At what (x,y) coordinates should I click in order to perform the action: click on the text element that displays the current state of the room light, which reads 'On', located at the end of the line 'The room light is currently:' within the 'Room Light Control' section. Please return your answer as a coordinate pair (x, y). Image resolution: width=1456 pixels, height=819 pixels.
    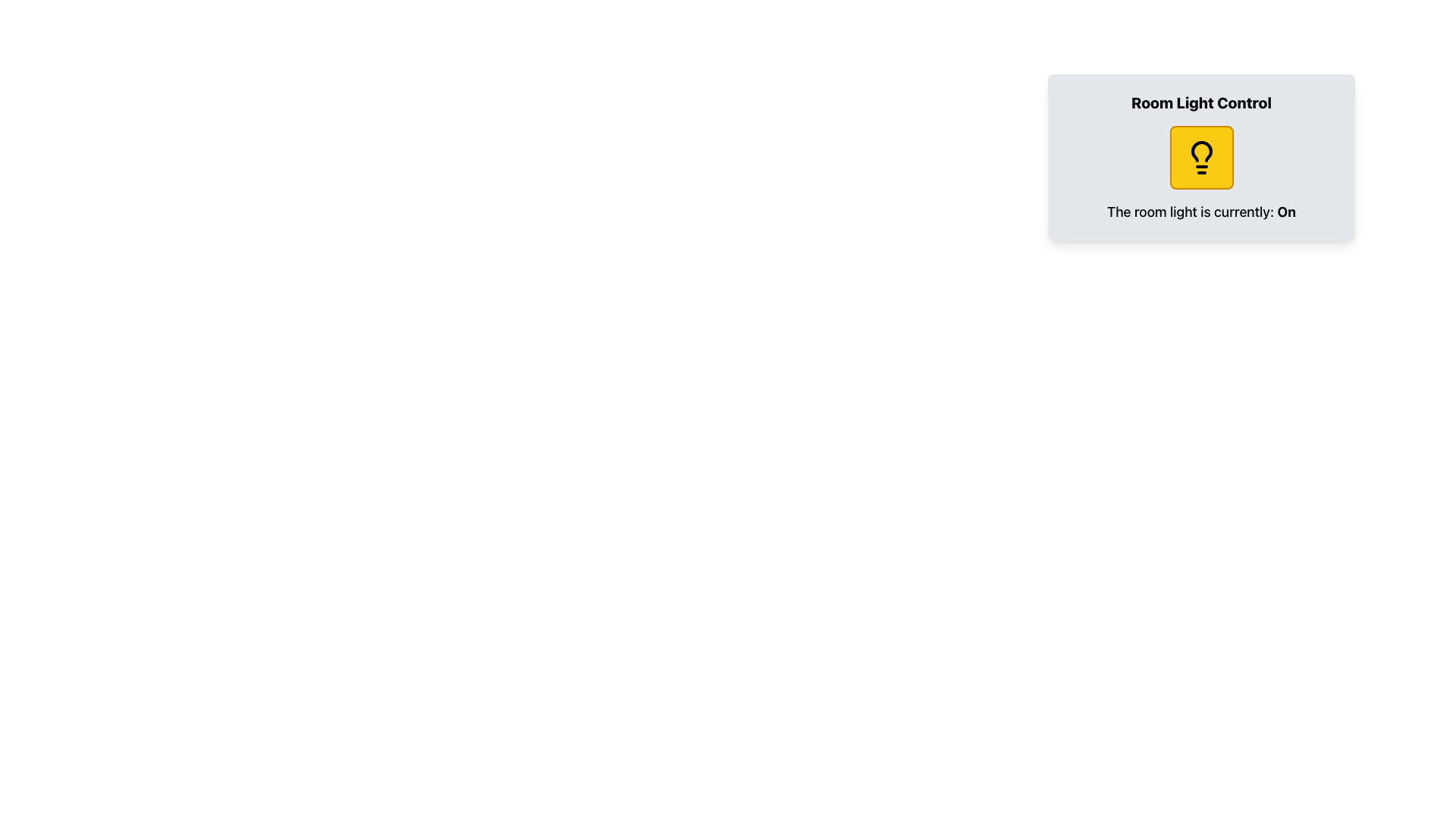
    Looking at the image, I should click on (1285, 212).